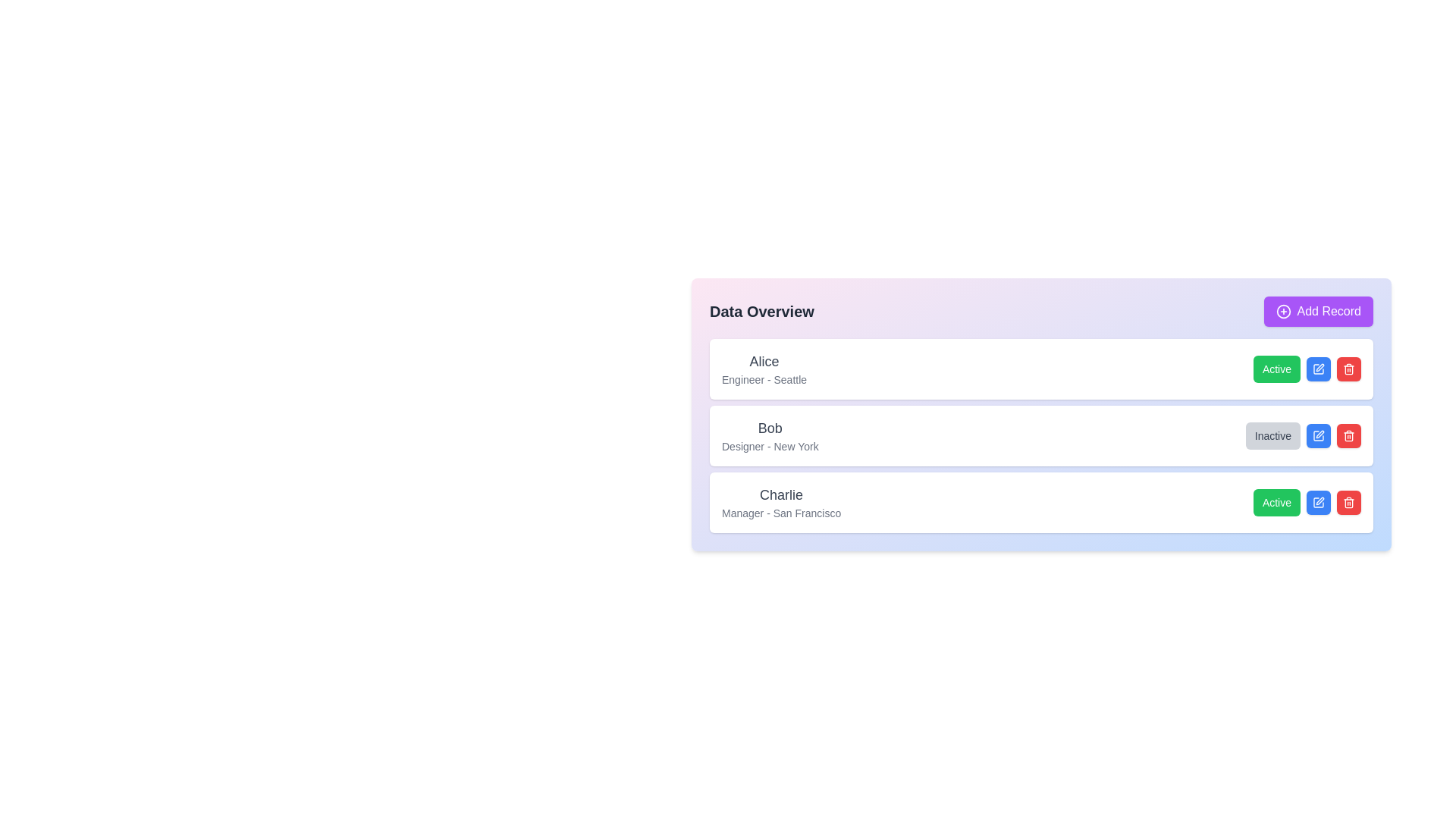  Describe the element at coordinates (1317, 435) in the screenshot. I see `the blue square pen icon button located to the right of the 'Inactive' status label in the 'Data Overview' section` at that location.